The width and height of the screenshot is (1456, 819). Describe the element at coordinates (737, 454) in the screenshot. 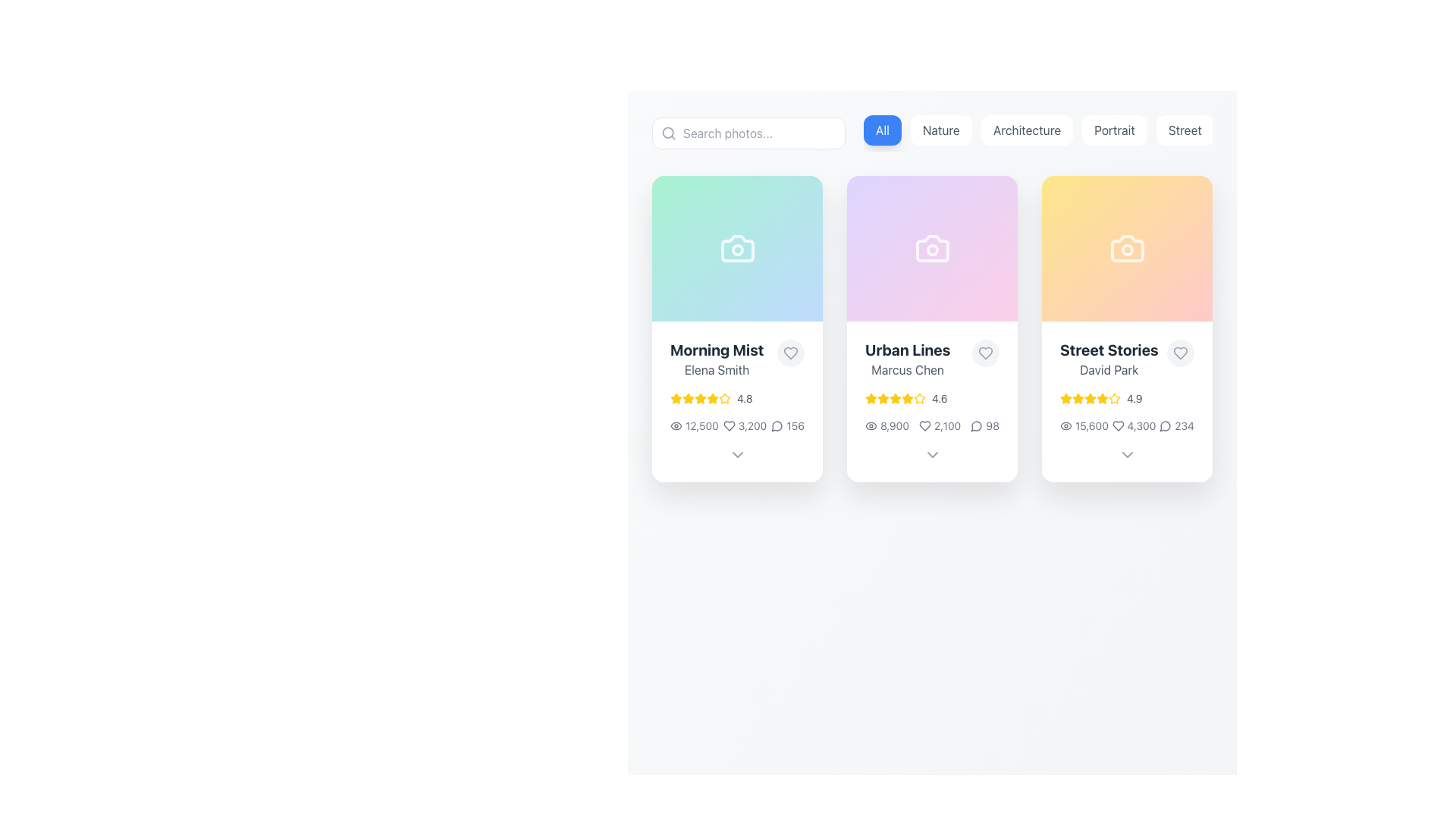

I see `the icon button located at the bottom center of the 'Morning Mist' card` at that location.